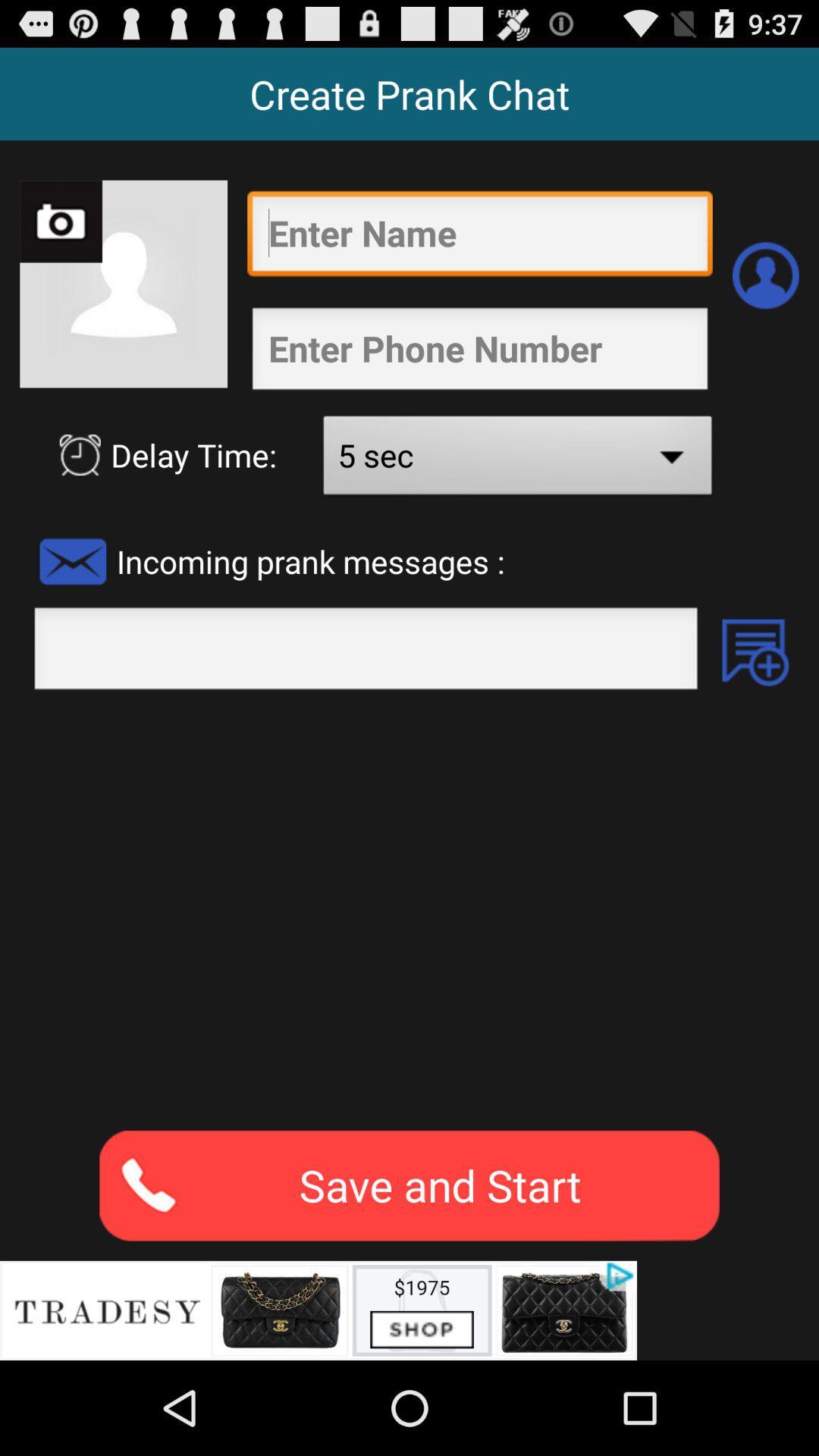 The width and height of the screenshot is (819, 1456). What do you see at coordinates (765, 275) in the screenshot?
I see `contact profile option` at bounding box center [765, 275].